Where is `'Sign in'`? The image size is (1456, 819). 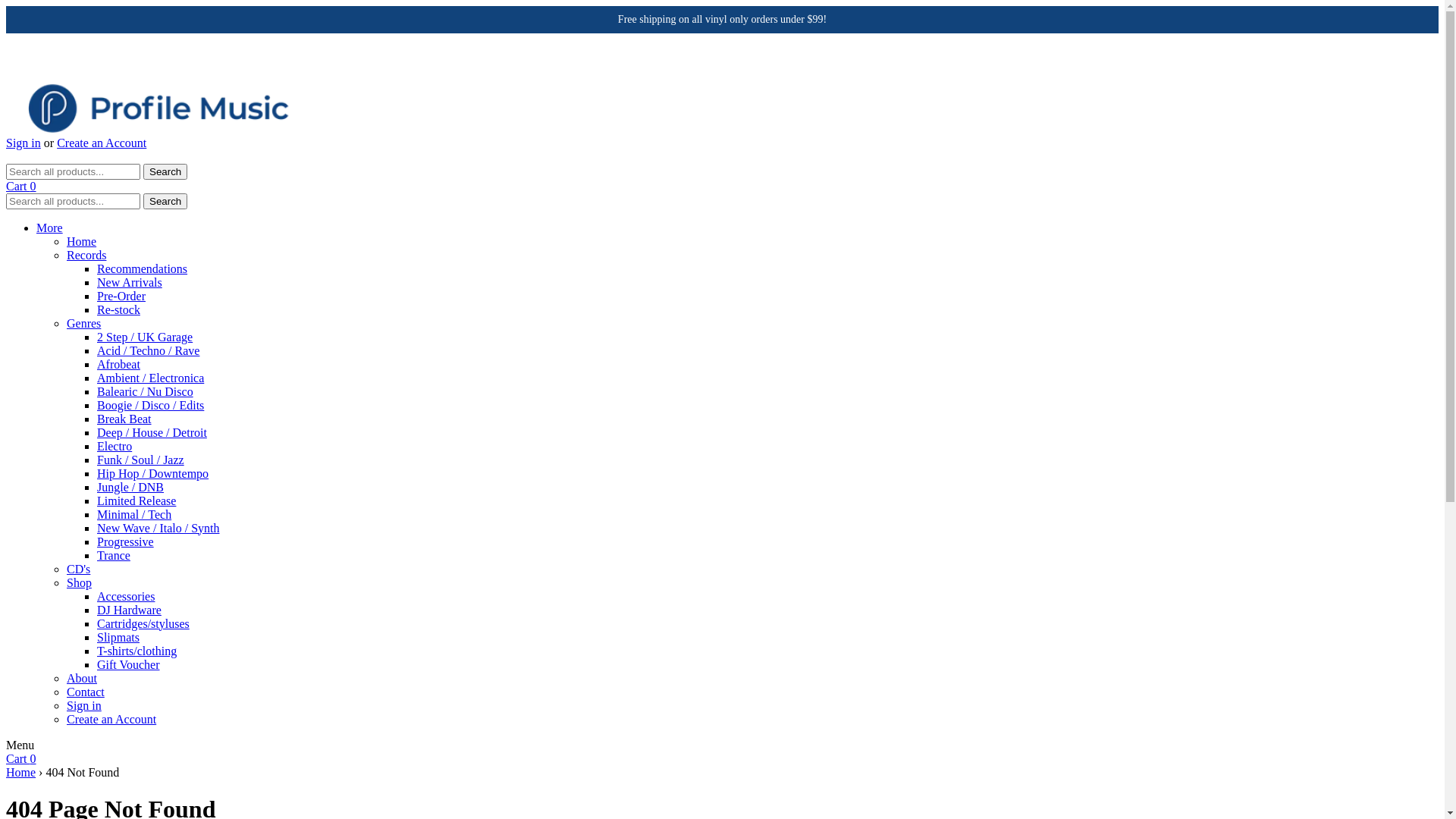 'Sign in' is located at coordinates (23, 143).